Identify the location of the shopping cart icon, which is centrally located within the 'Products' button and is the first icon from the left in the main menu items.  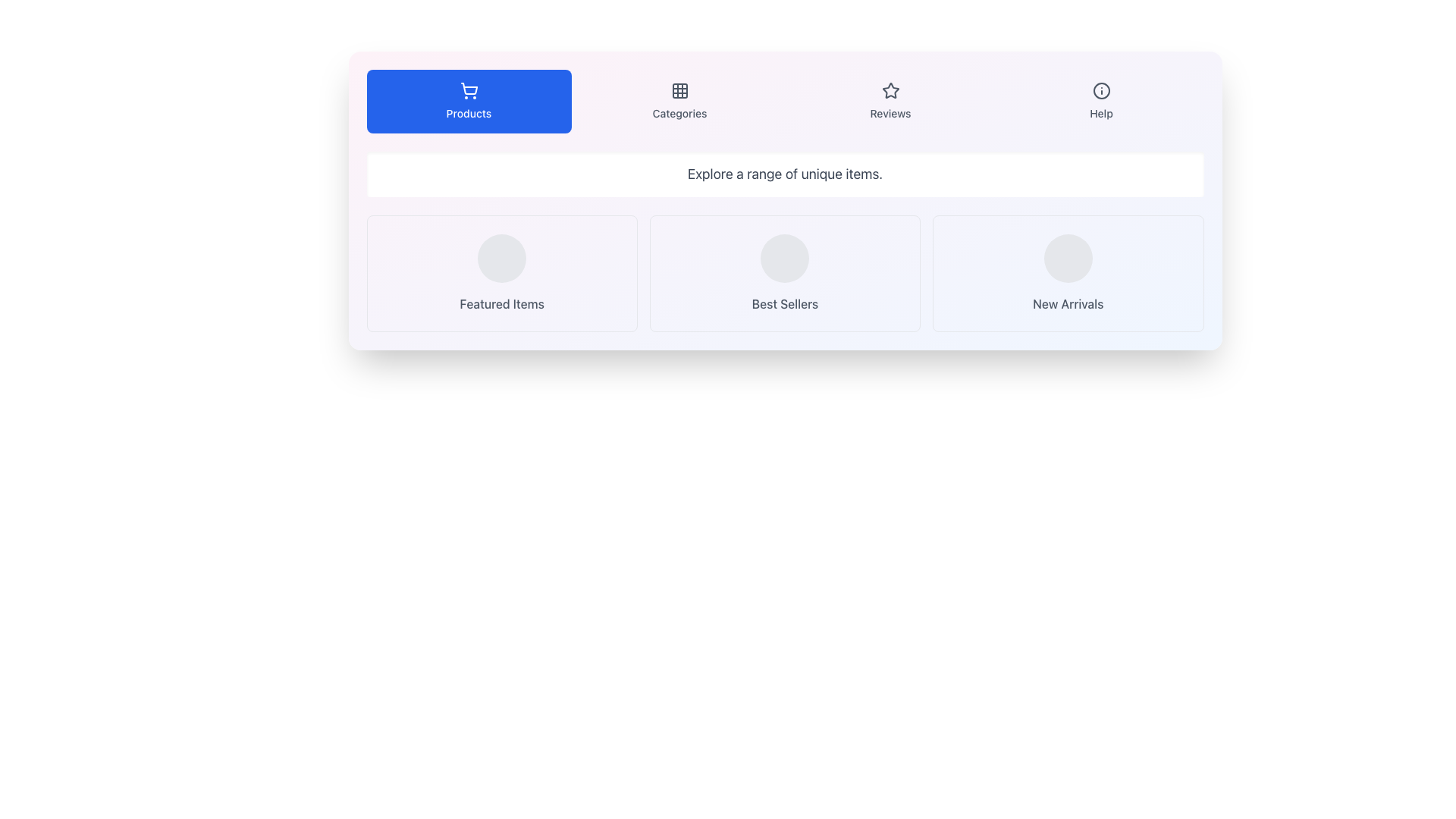
(468, 90).